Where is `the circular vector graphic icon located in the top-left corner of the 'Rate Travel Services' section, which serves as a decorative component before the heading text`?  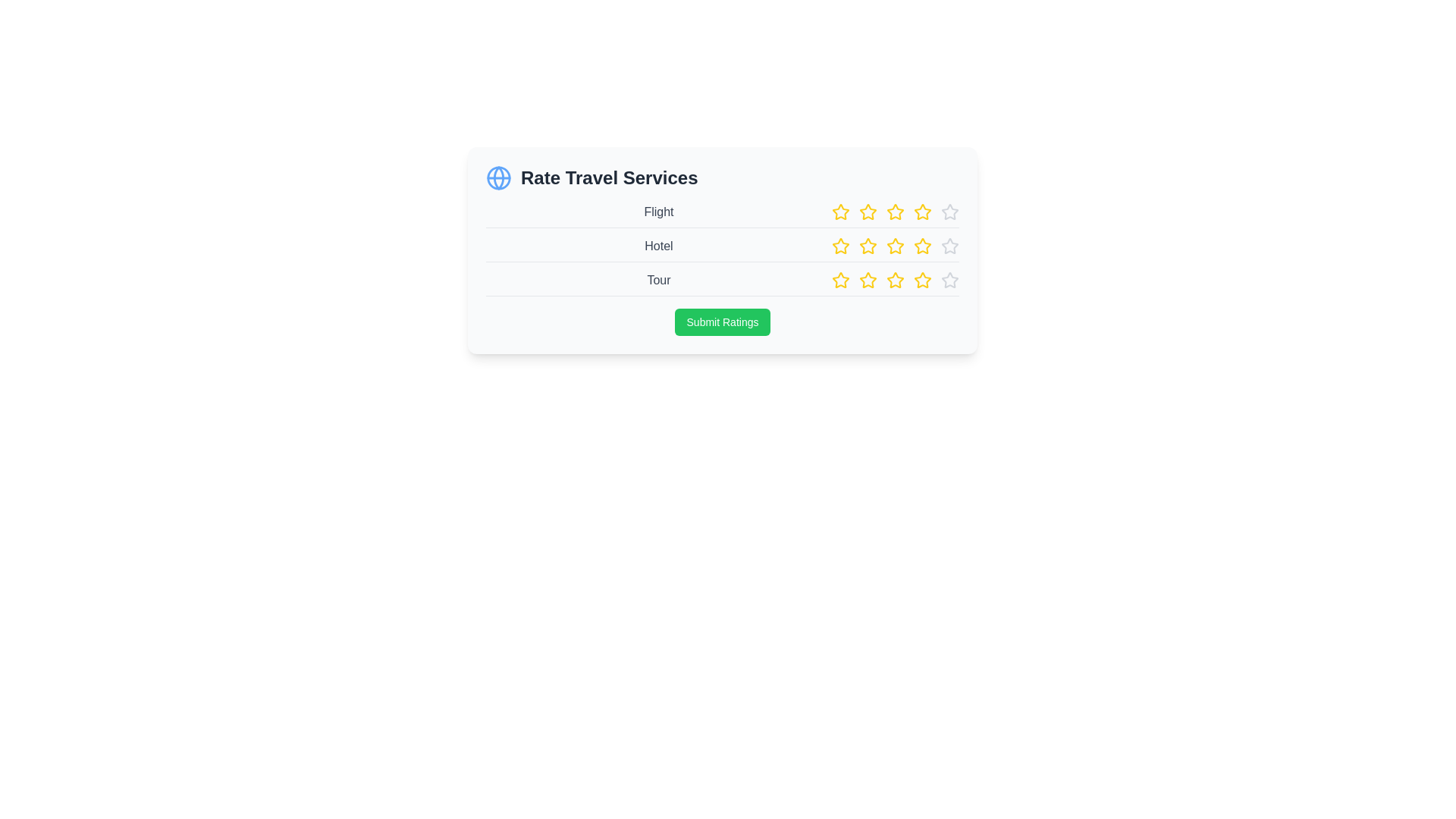
the circular vector graphic icon located in the top-left corner of the 'Rate Travel Services' section, which serves as a decorative component before the heading text is located at coordinates (498, 177).